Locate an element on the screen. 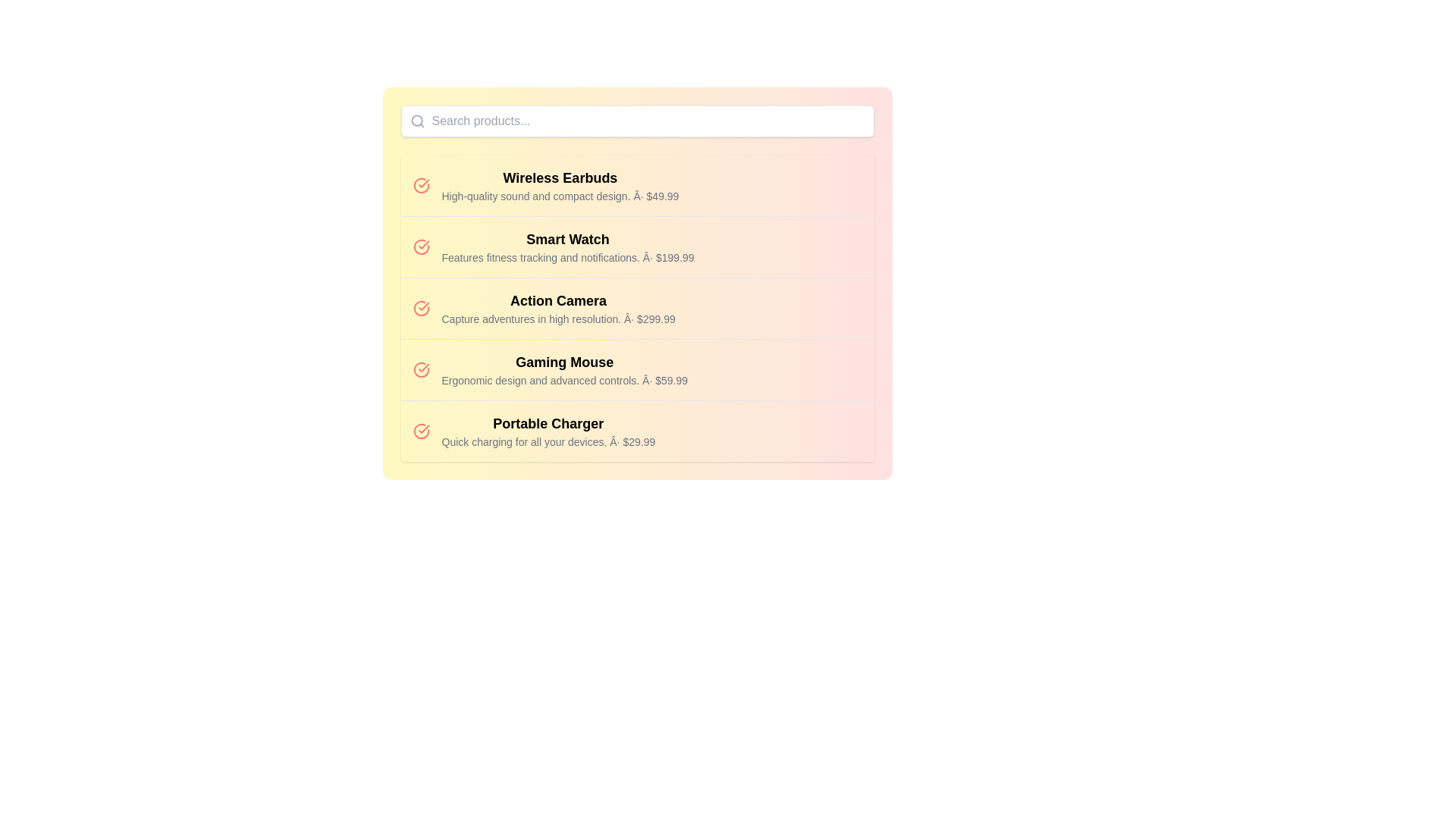 Image resolution: width=1456 pixels, height=819 pixels. the fifth product item in a vertically stacked list, which represents a 'Portable Charger', located at the bottom of the list with a yellow gradient background is located at coordinates (637, 431).